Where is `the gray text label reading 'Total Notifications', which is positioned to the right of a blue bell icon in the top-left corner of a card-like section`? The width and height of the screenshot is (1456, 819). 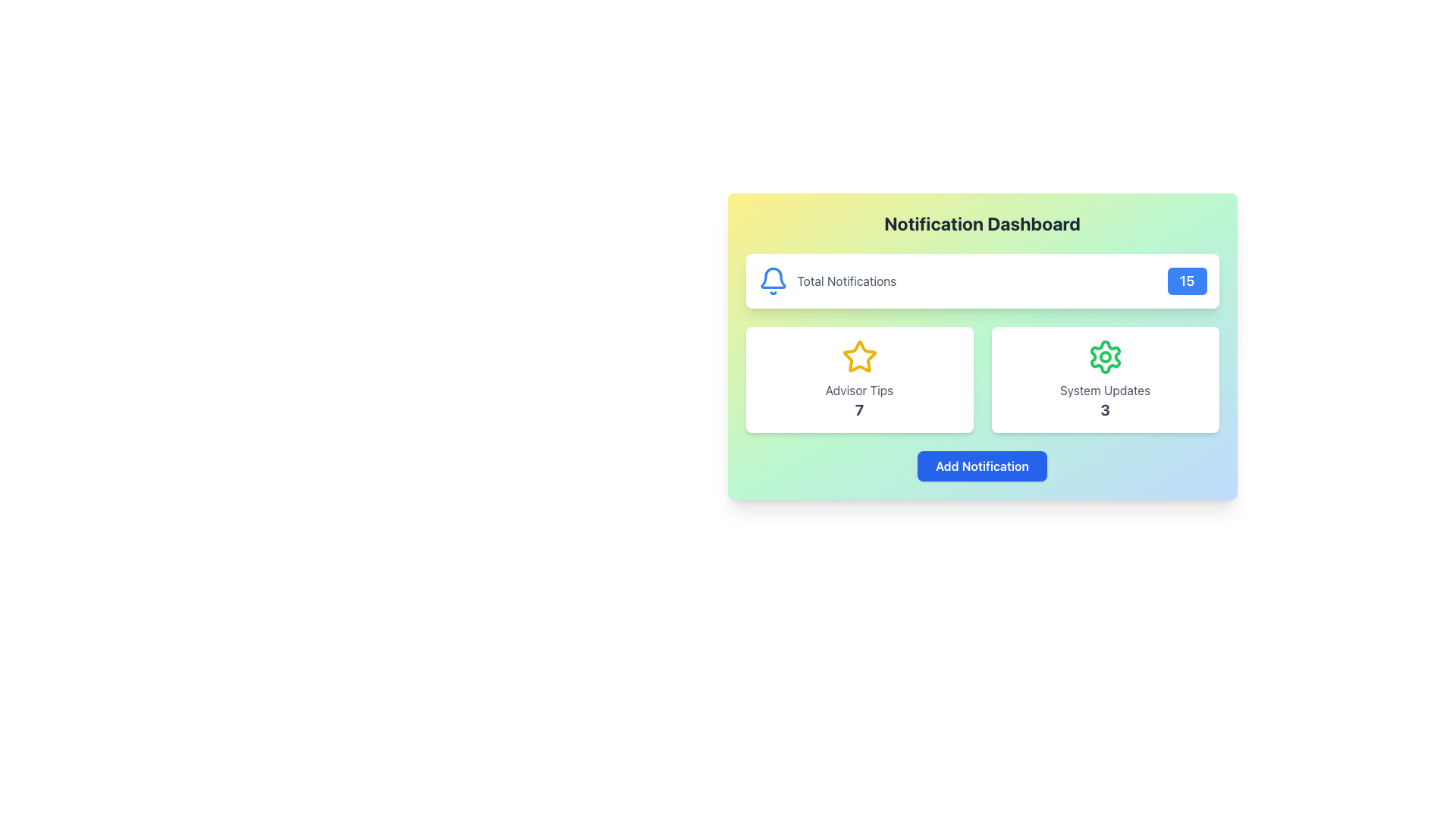 the gray text label reading 'Total Notifications', which is positioned to the right of a blue bell icon in the top-left corner of a card-like section is located at coordinates (846, 281).